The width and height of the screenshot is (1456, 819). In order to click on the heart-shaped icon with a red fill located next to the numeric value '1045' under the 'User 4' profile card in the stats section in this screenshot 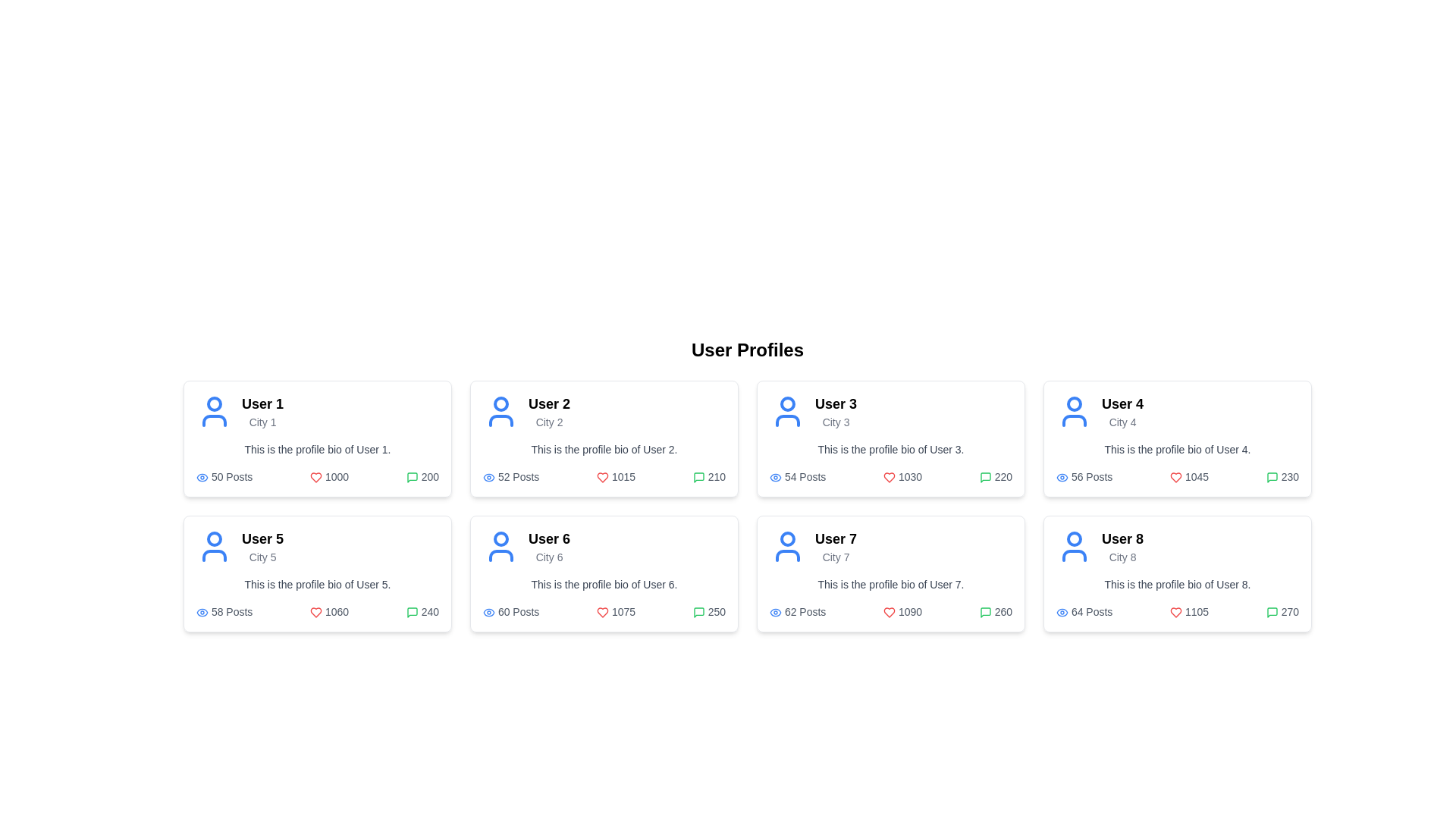, I will do `click(1175, 478)`.